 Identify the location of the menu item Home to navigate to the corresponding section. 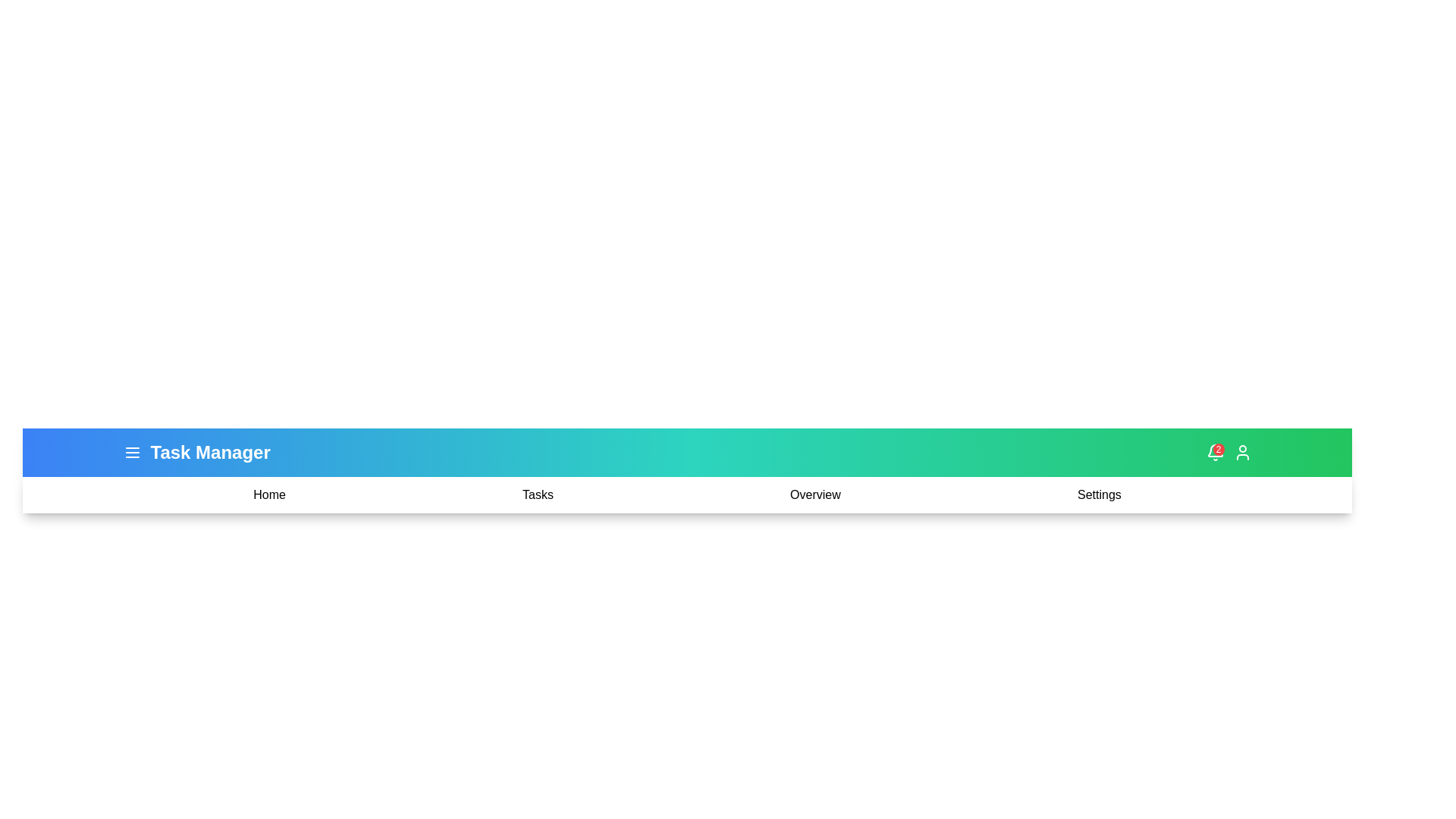
(269, 494).